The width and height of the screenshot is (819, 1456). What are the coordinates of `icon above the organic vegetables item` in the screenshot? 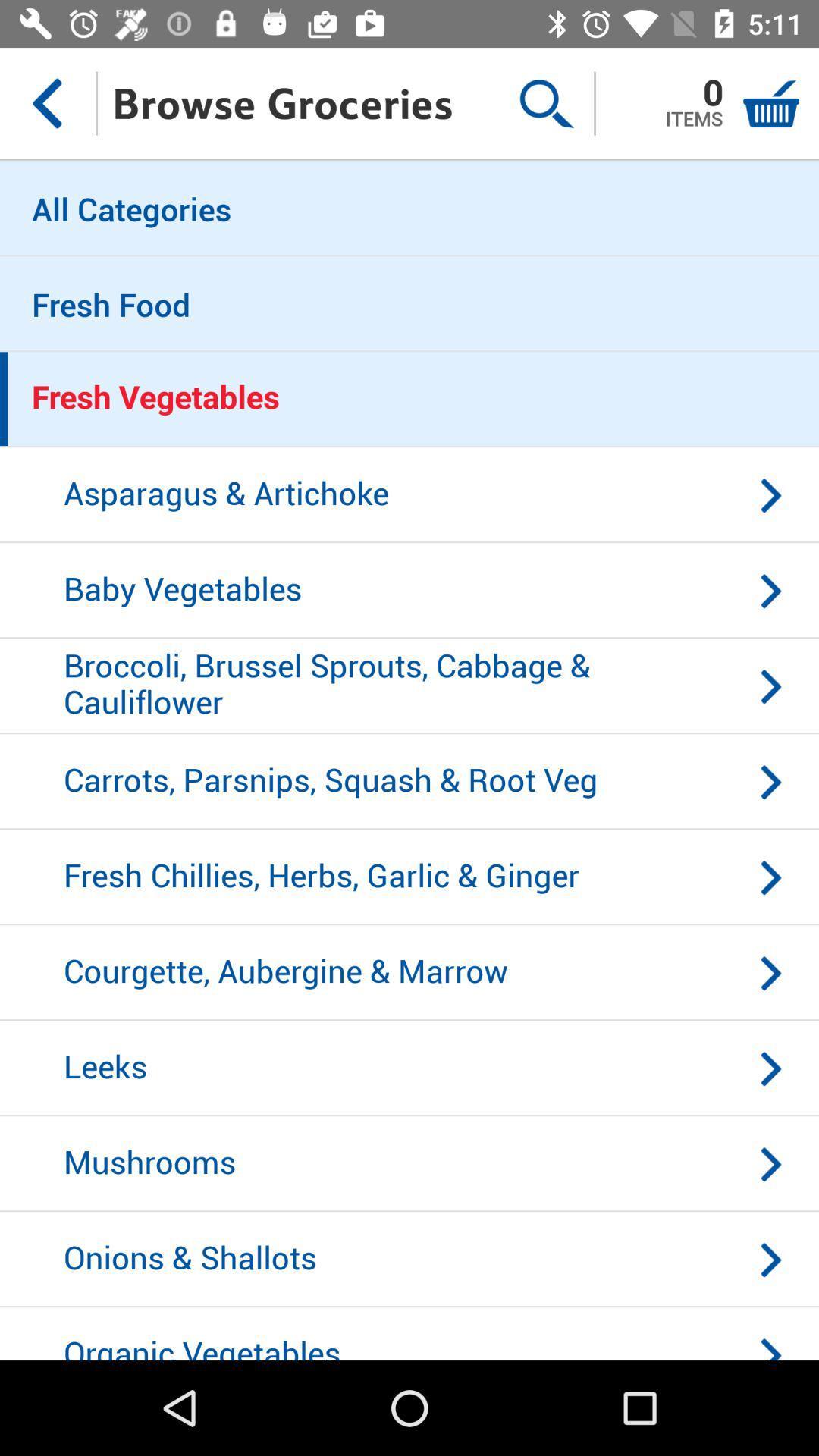 It's located at (409, 1260).